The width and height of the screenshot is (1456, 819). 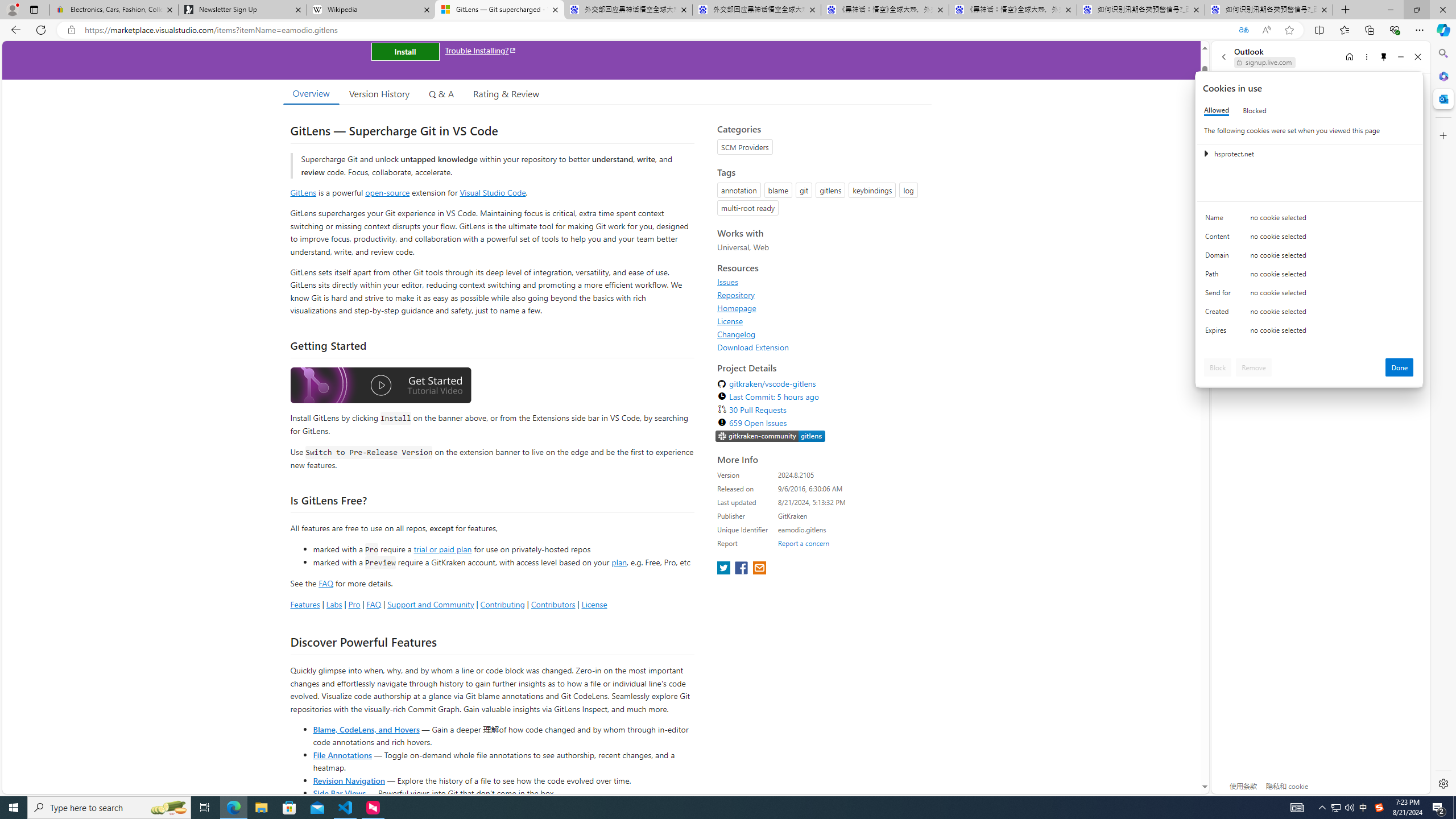 I want to click on 'Path', so click(x=1219, y=276).